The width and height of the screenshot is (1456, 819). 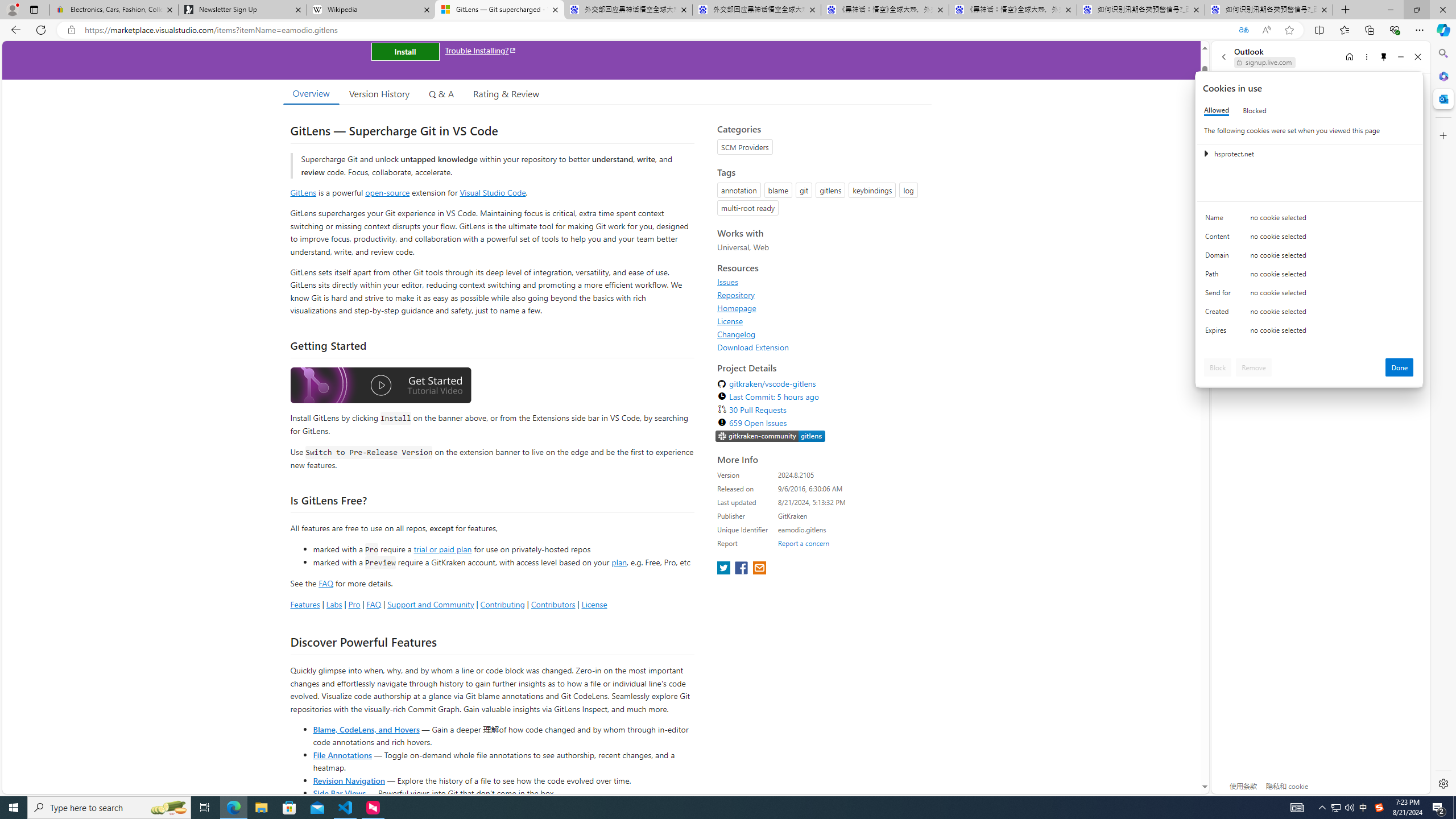 I want to click on 'Path', so click(x=1219, y=276).